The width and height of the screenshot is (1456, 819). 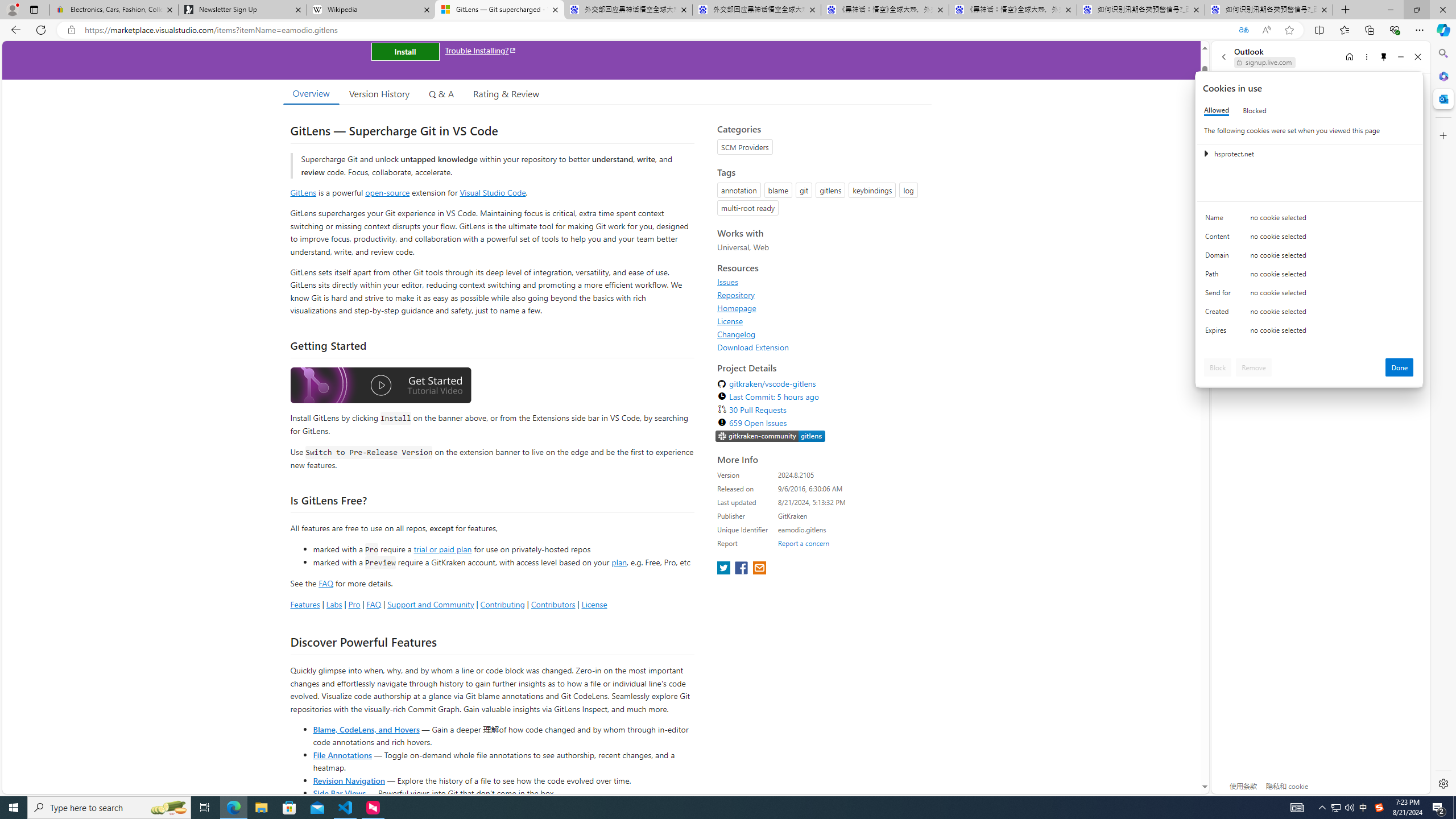 I want to click on 'Path', so click(x=1219, y=276).